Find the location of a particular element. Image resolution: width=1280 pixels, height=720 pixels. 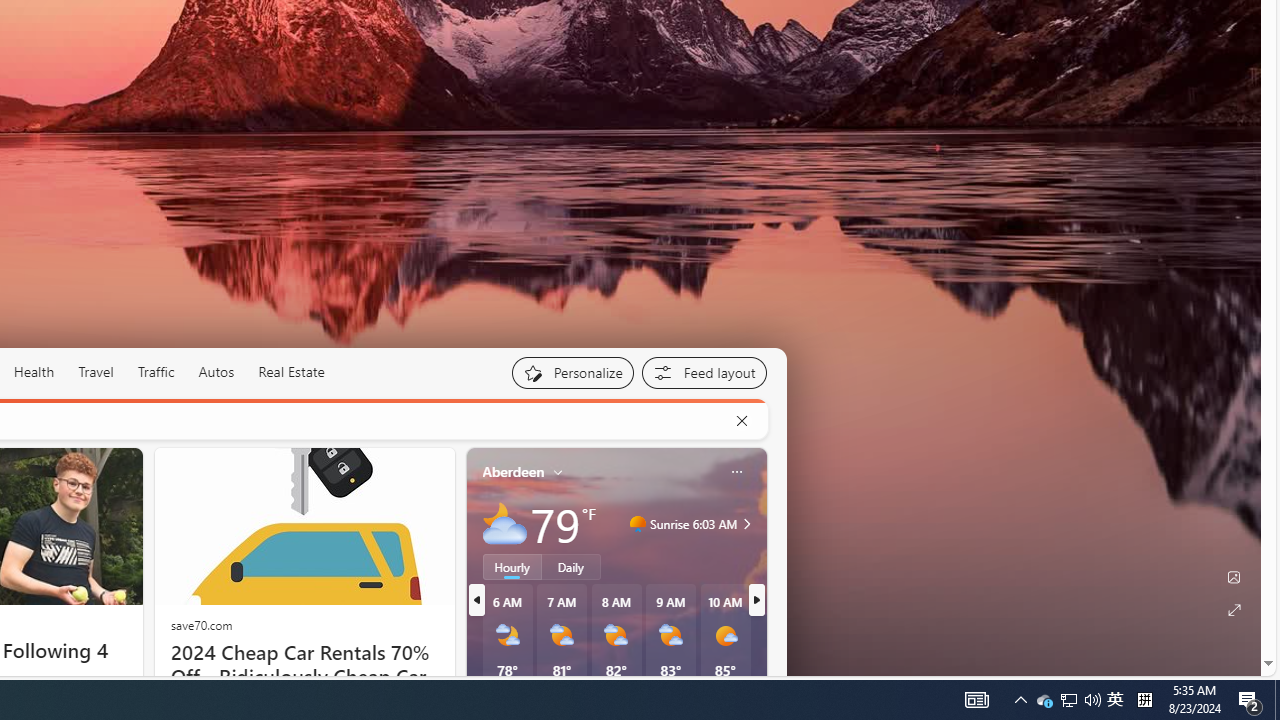

'Edit Background' is located at coordinates (1232, 577).